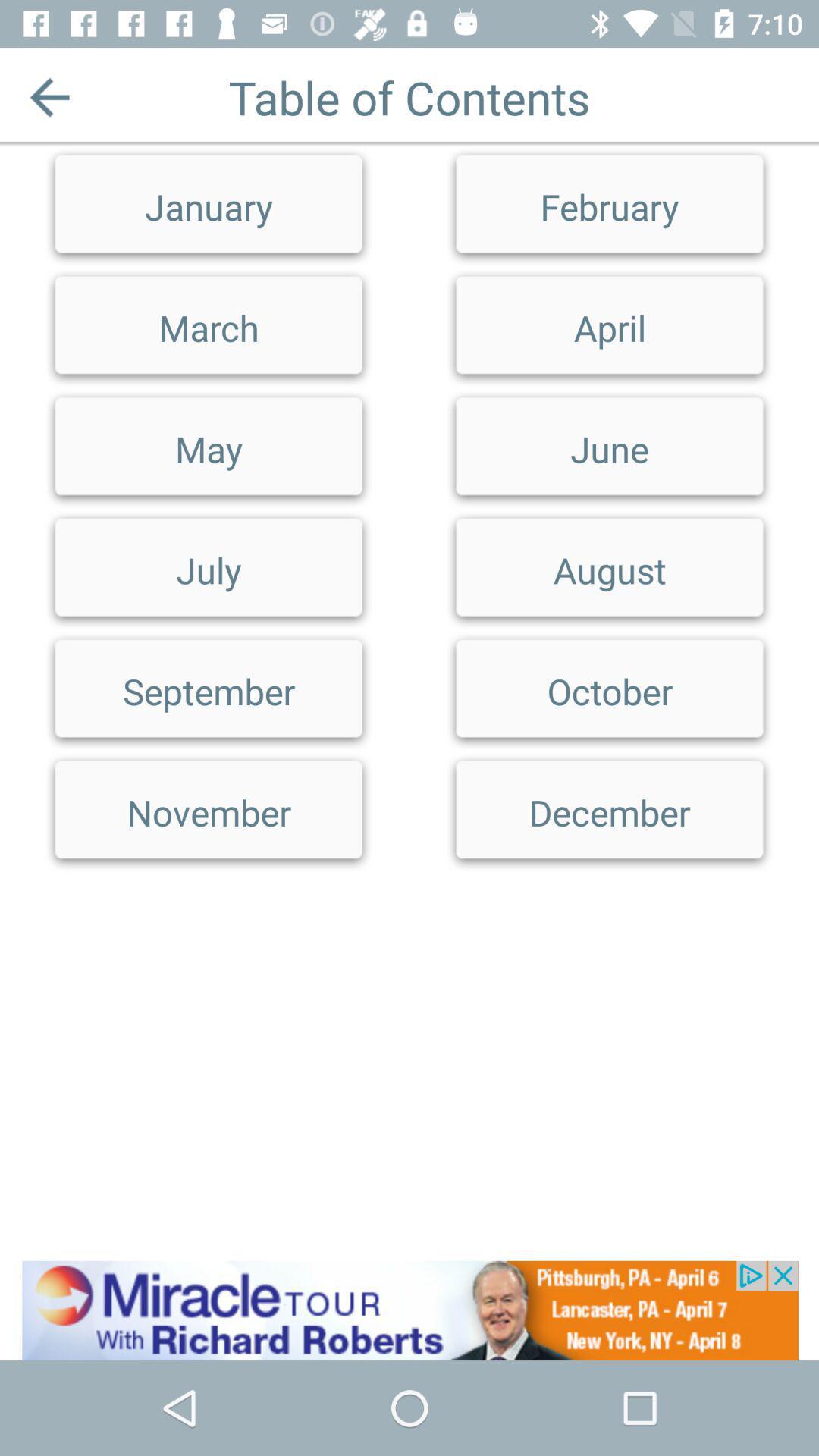 The image size is (819, 1456). I want to click on visit miracle tour, so click(409, 1310).